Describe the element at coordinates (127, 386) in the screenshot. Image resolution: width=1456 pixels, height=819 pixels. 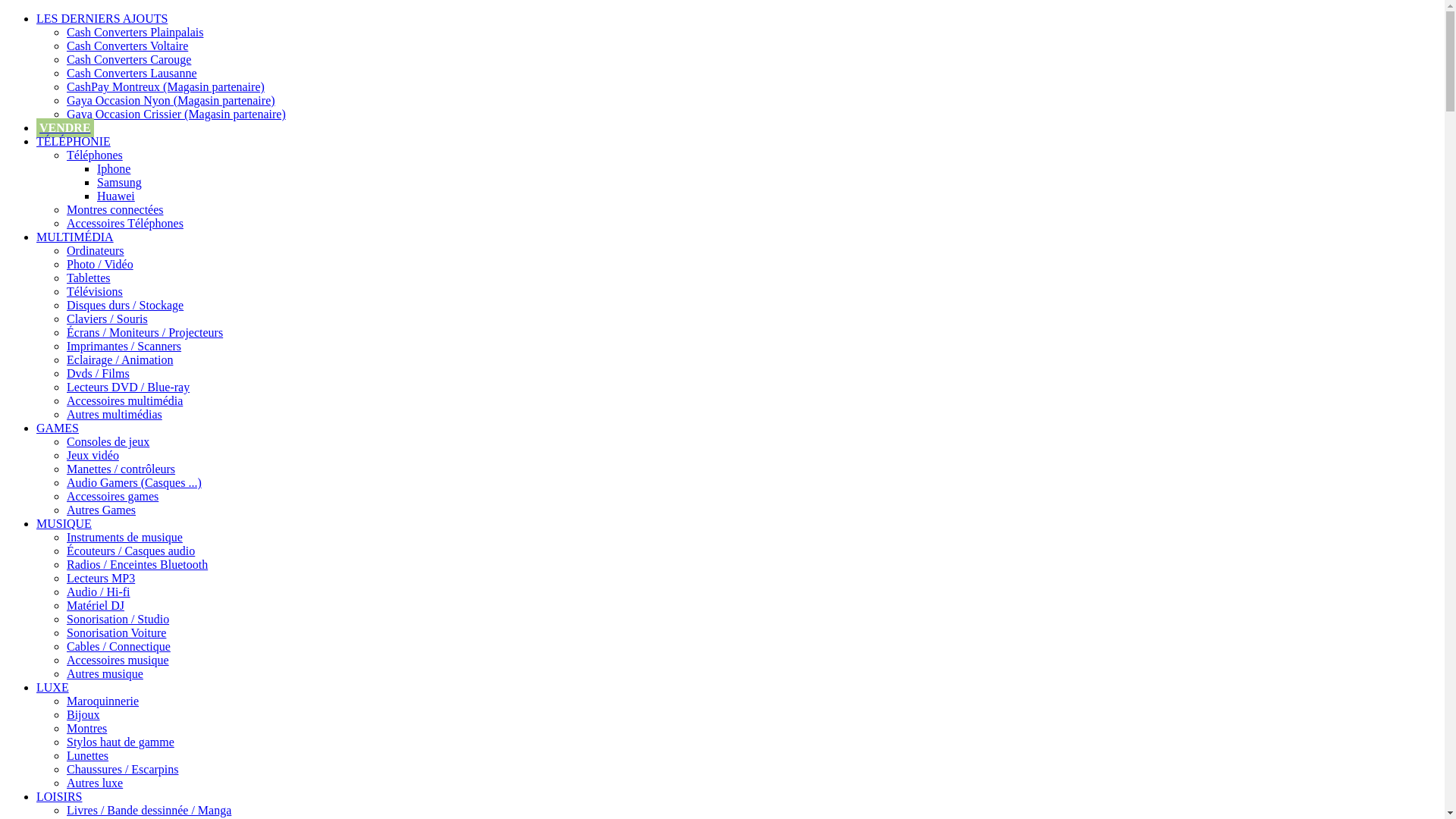
I see `'Lecteurs DVD / Blue-ray'` at that location.